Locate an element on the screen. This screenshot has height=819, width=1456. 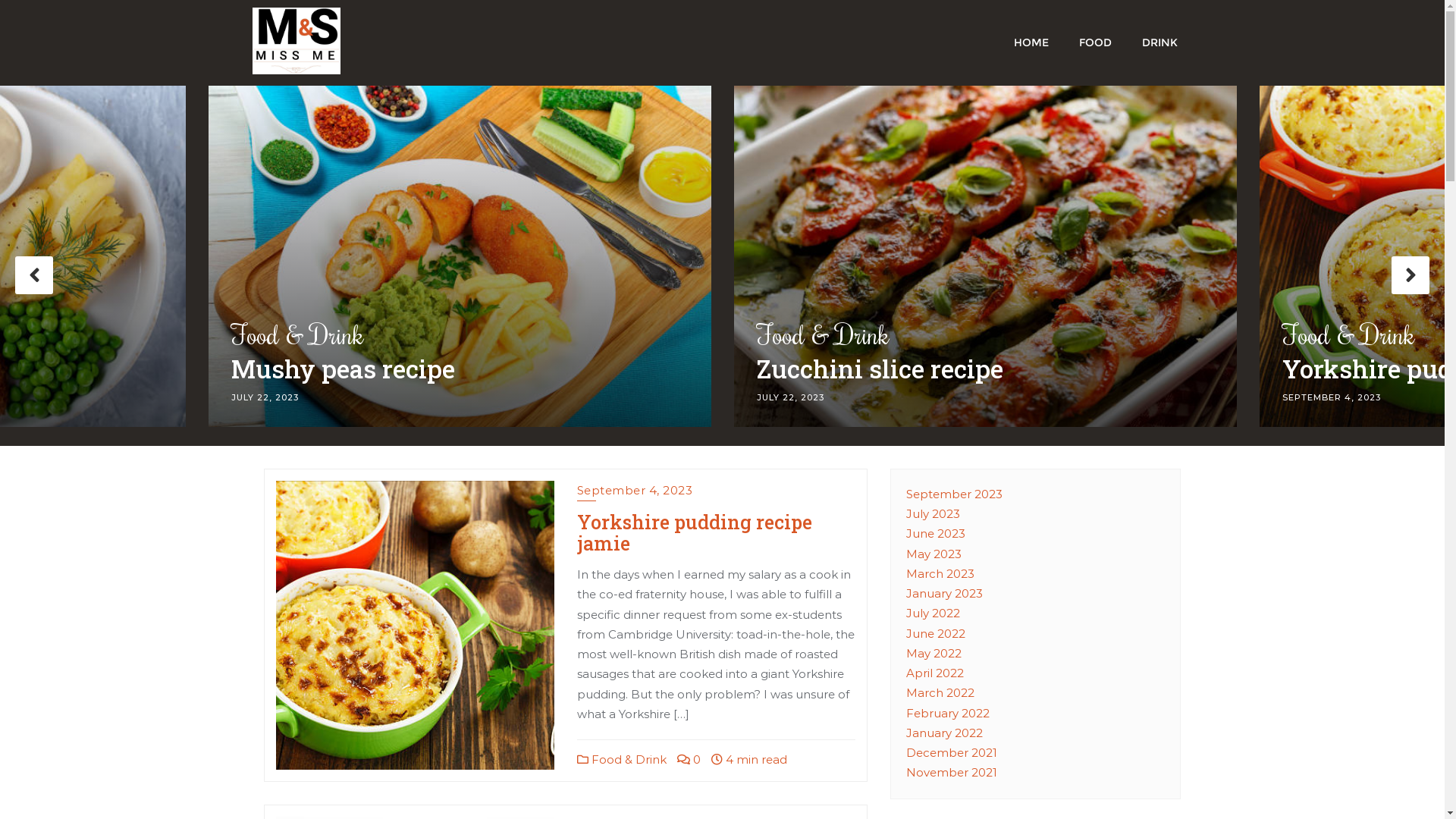
'March 2023' is located at coordinates (939, 573).